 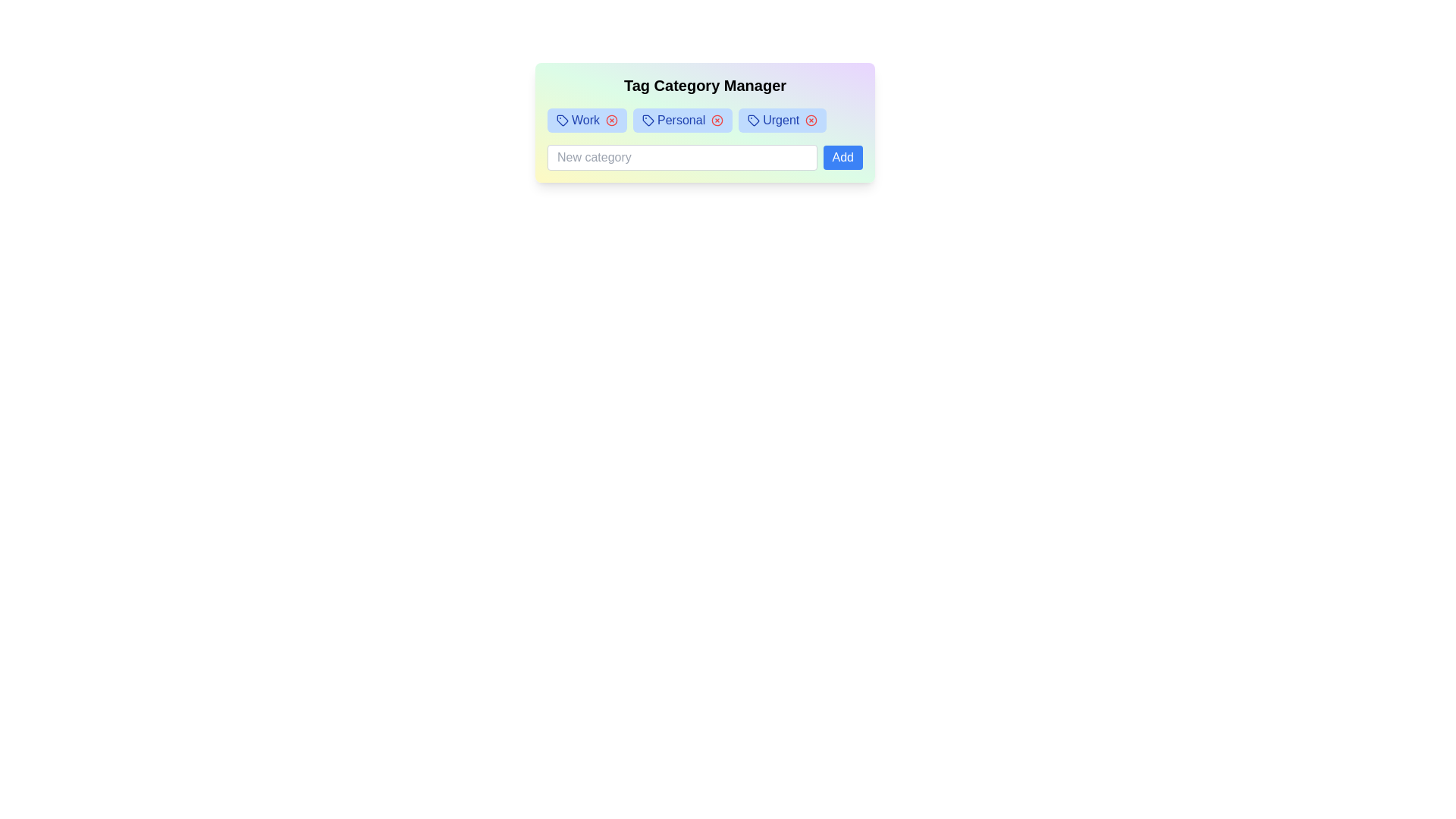 I want to click on the SVG circle graphical element forming the circular border of the close icon within the 'Work' tag, so click(x=611, y=119).